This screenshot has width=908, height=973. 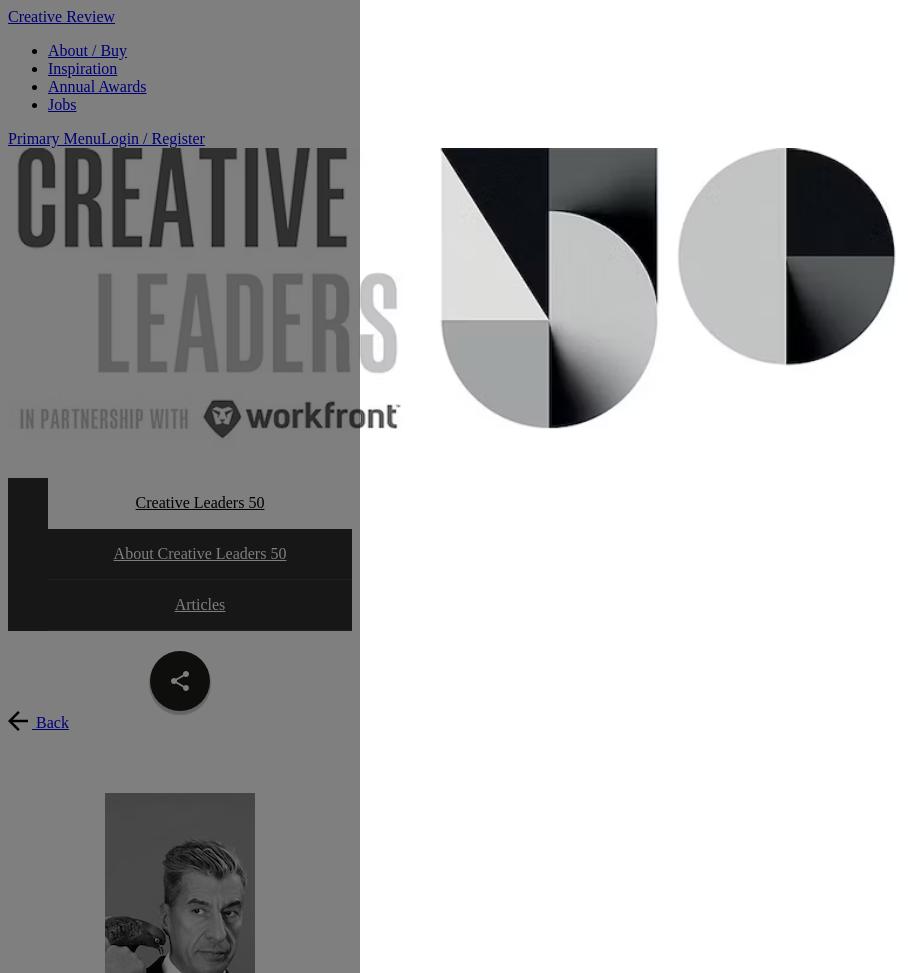 What do you see at coordinates (86, 50) in the screenshot?
I see `'About / Buy'` at bounding box center [86, 50].